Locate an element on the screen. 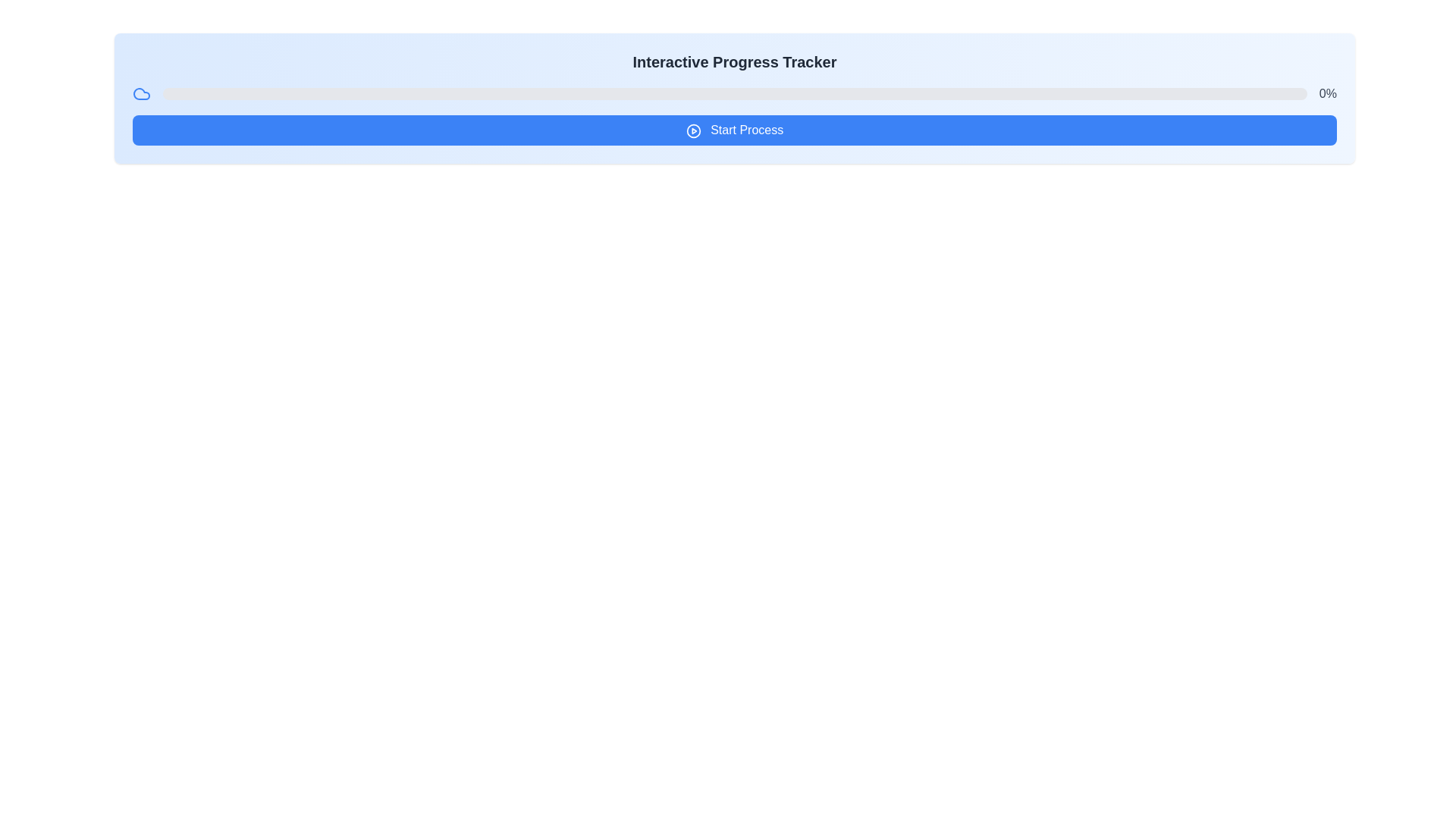 Image resolution: width=1456 pixels, height=819 pixels. the progress bar, which is horizontally centered below the title 'Interactive Progress Tracker' and above the 'Start Process' button, indicating a progress level of 0% is located at coordinates (735, 93).